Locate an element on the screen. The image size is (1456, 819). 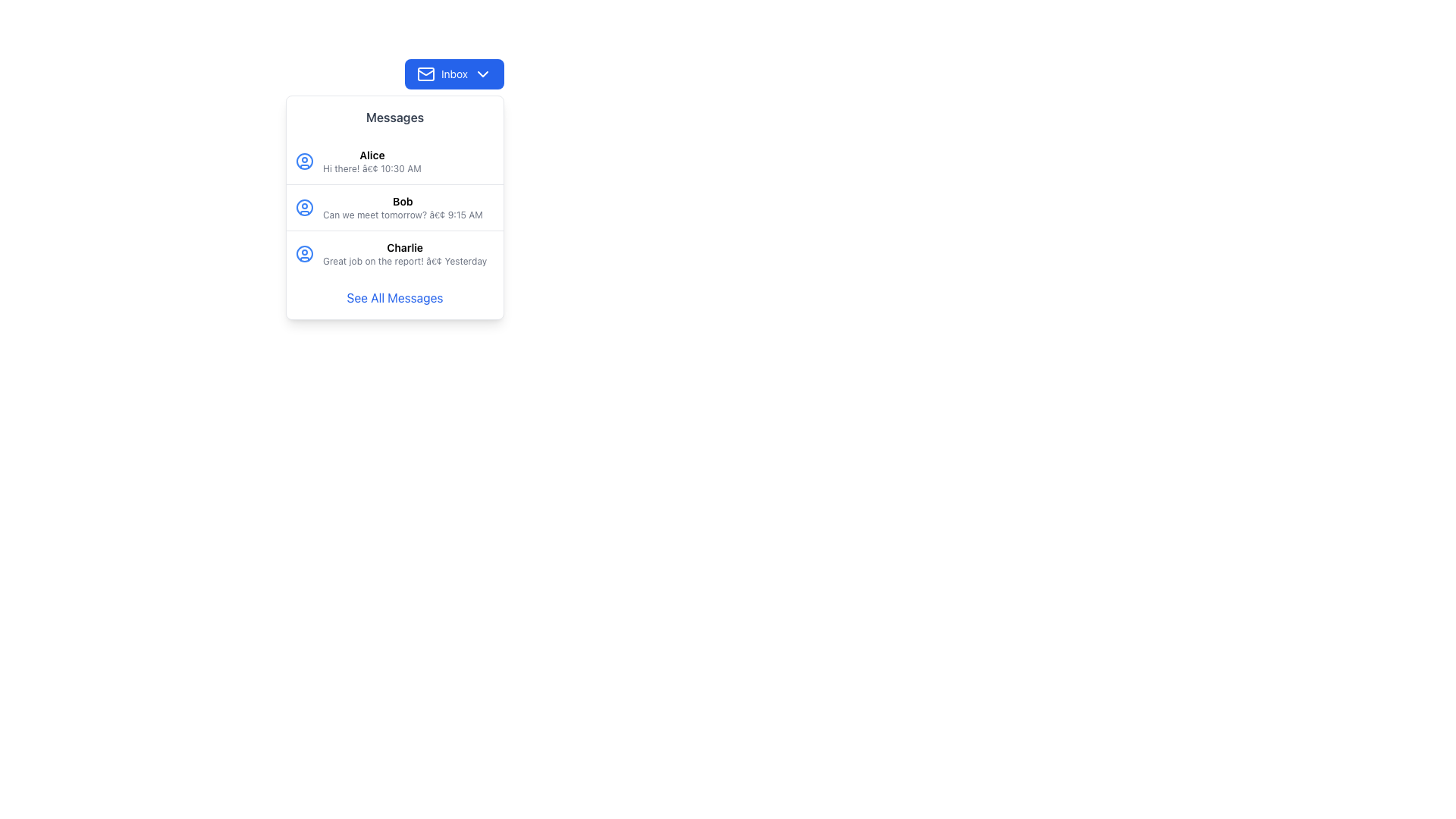
the blue link located at the bottom center of the message preview card is located at coordinates (395, 298).